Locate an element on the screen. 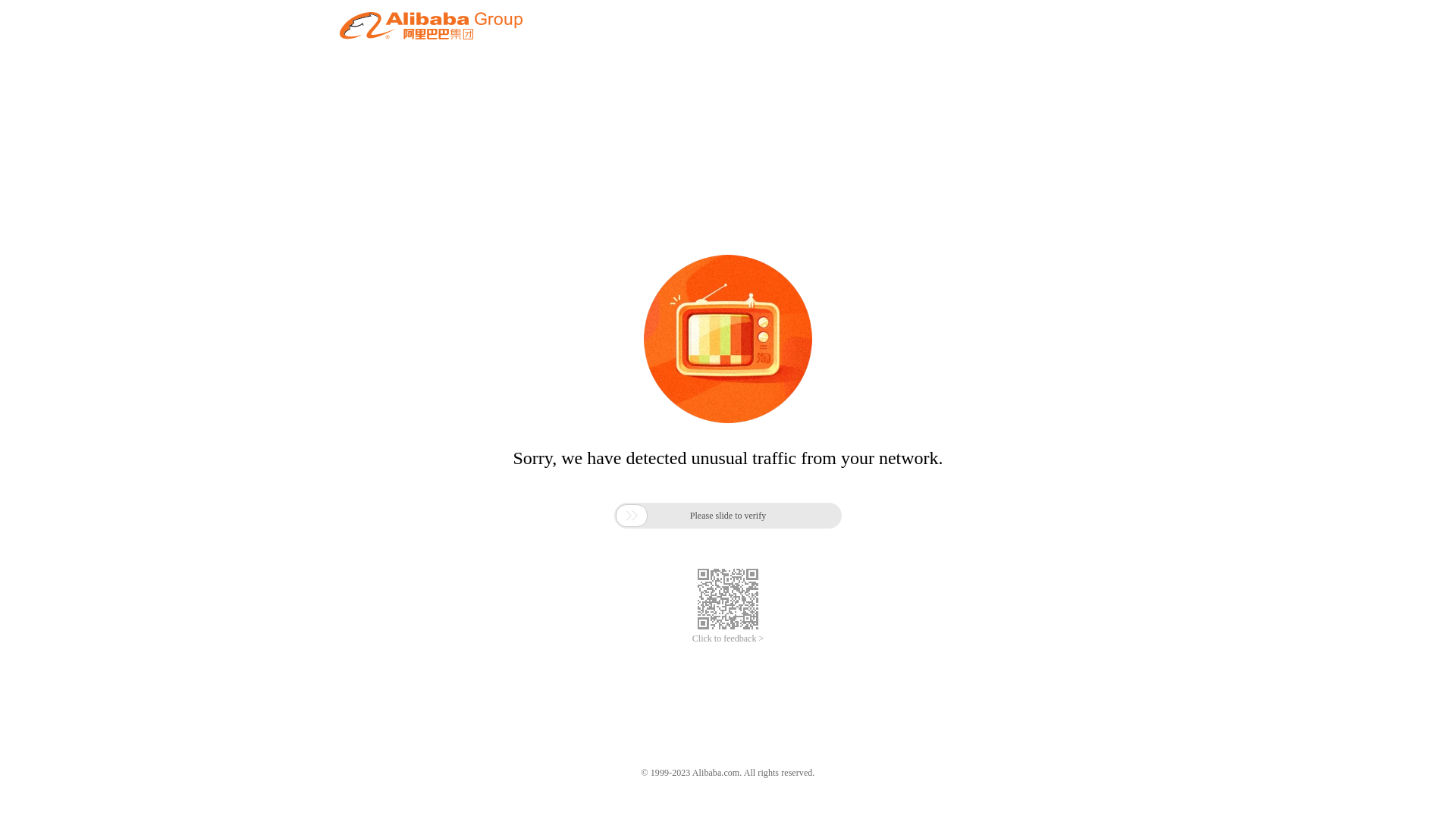  'Click to feedback >' is located at coordinates (728, 639).